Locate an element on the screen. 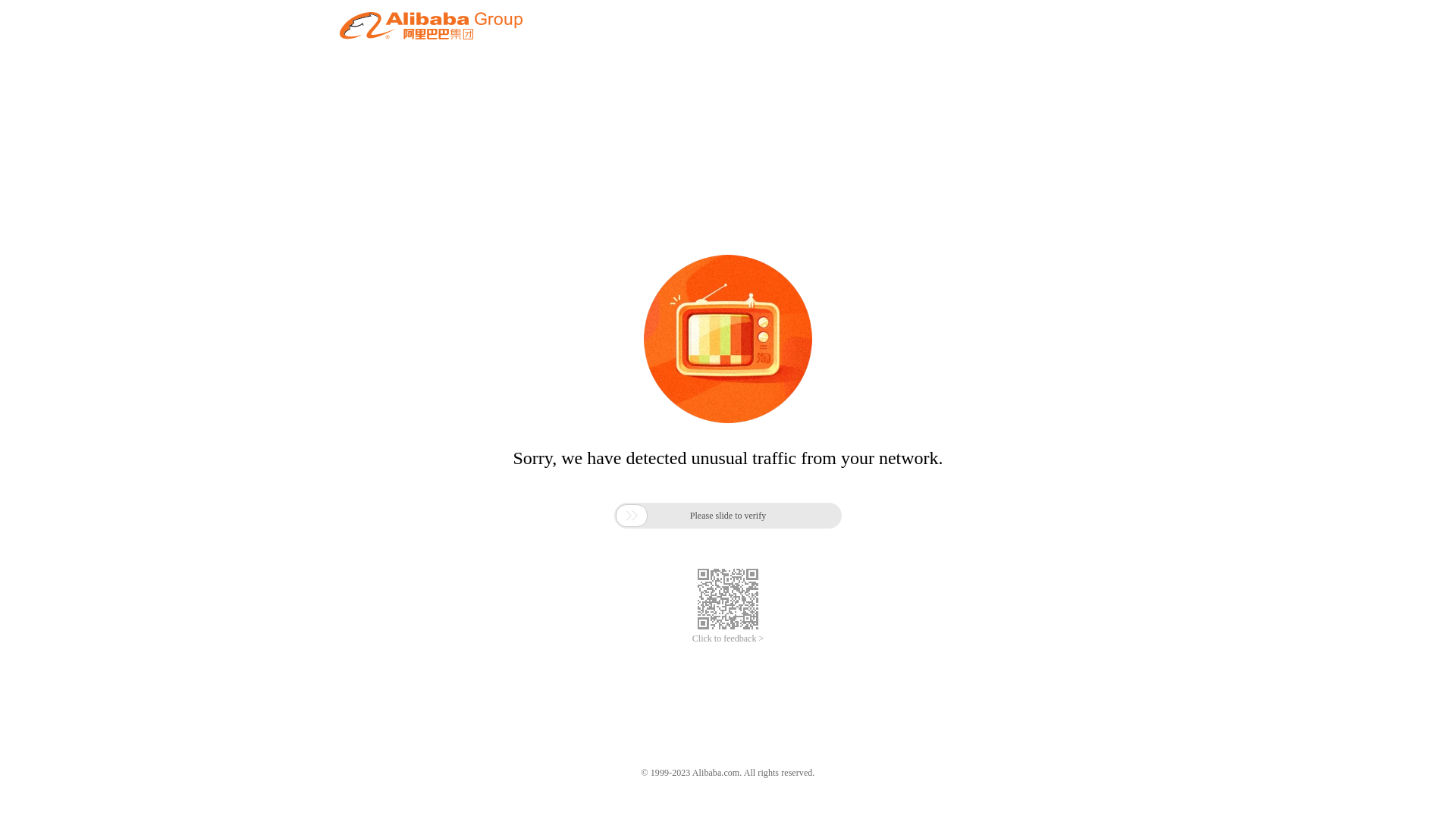  'Click to feedback >' is located at coordinates (728, 639).